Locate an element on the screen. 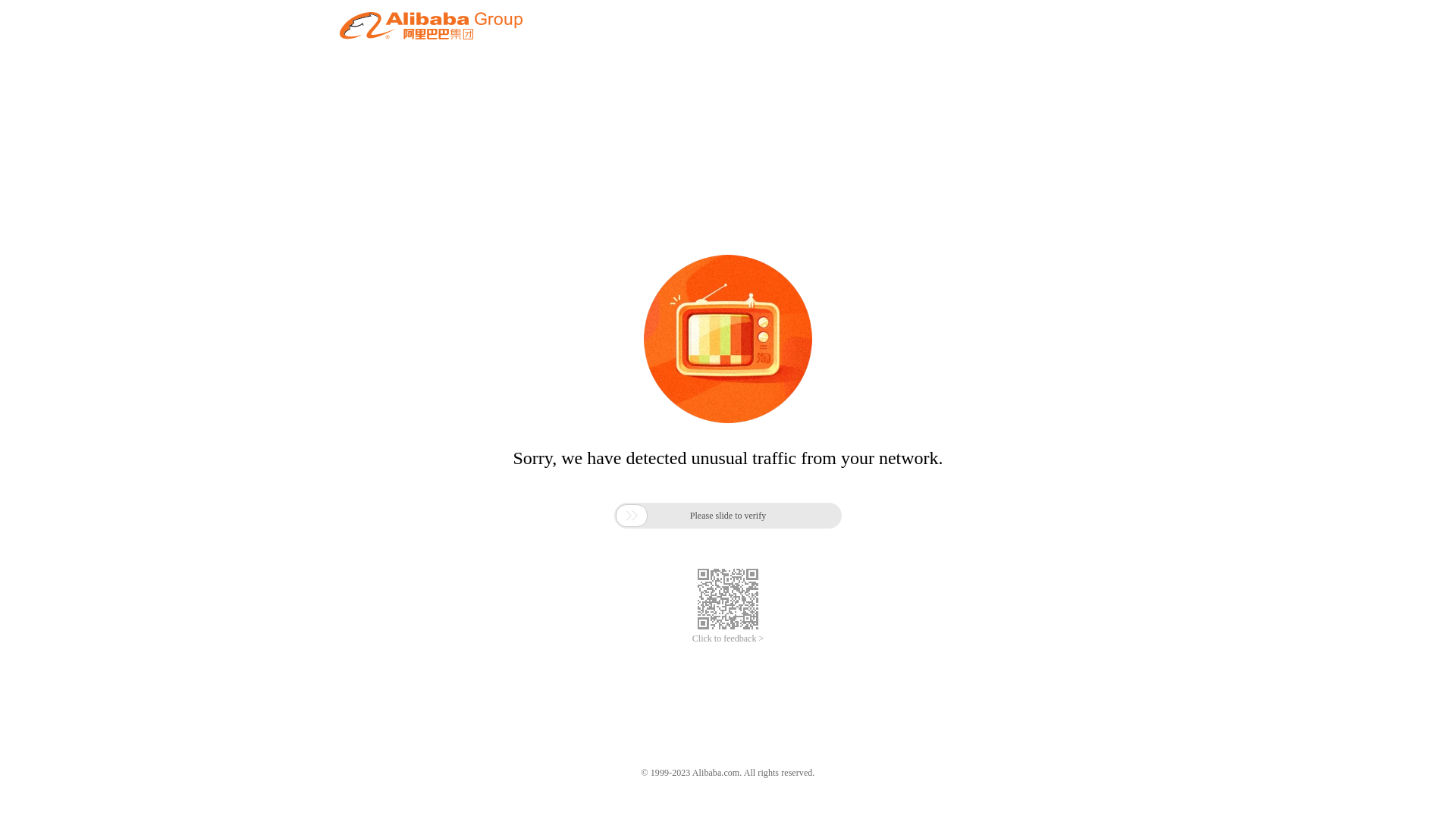  'Click to feedback >' is located at coordinates (728, 639).